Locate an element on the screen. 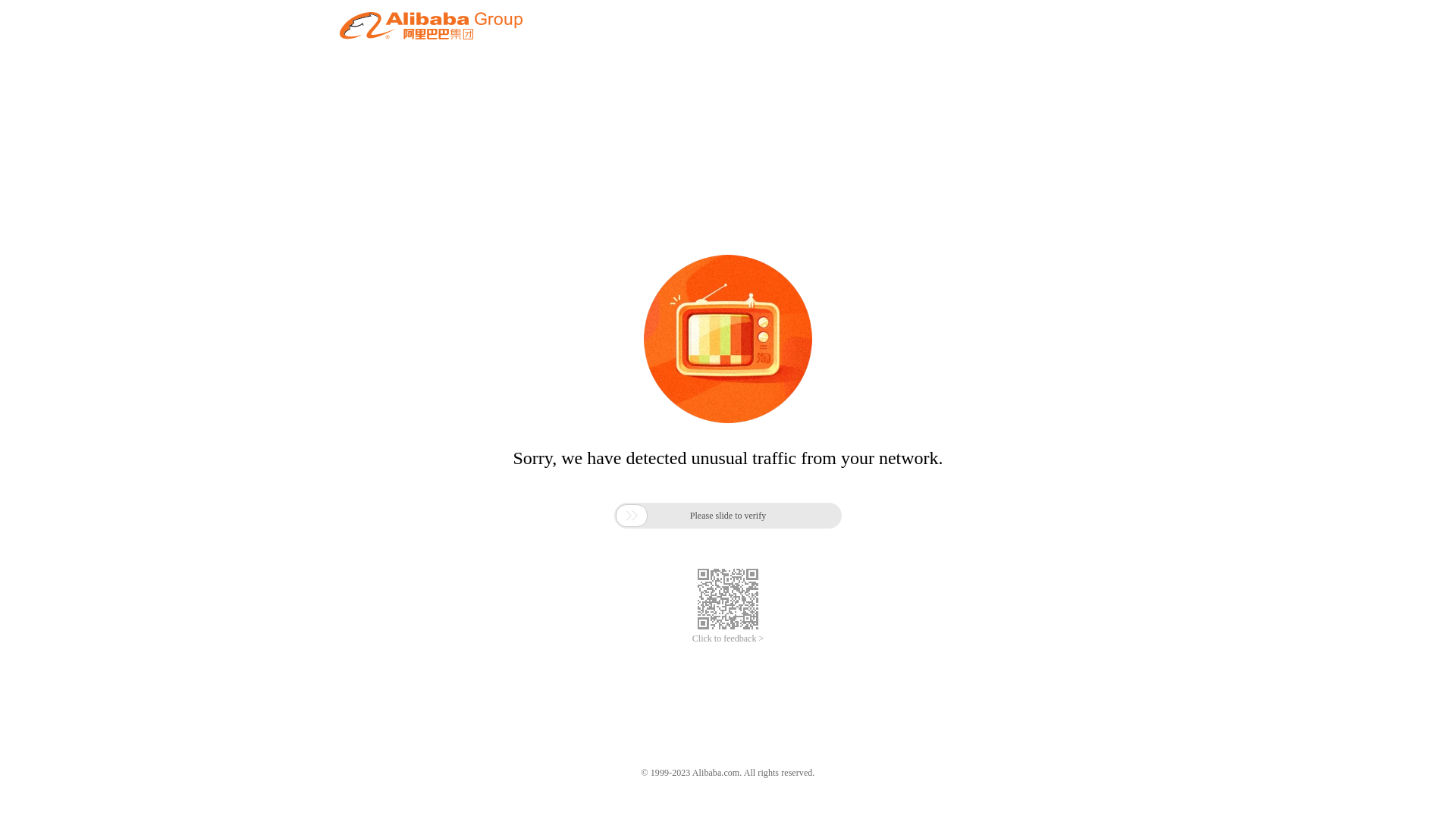  'Click to feedback >' is located at coordinates (728, 639).